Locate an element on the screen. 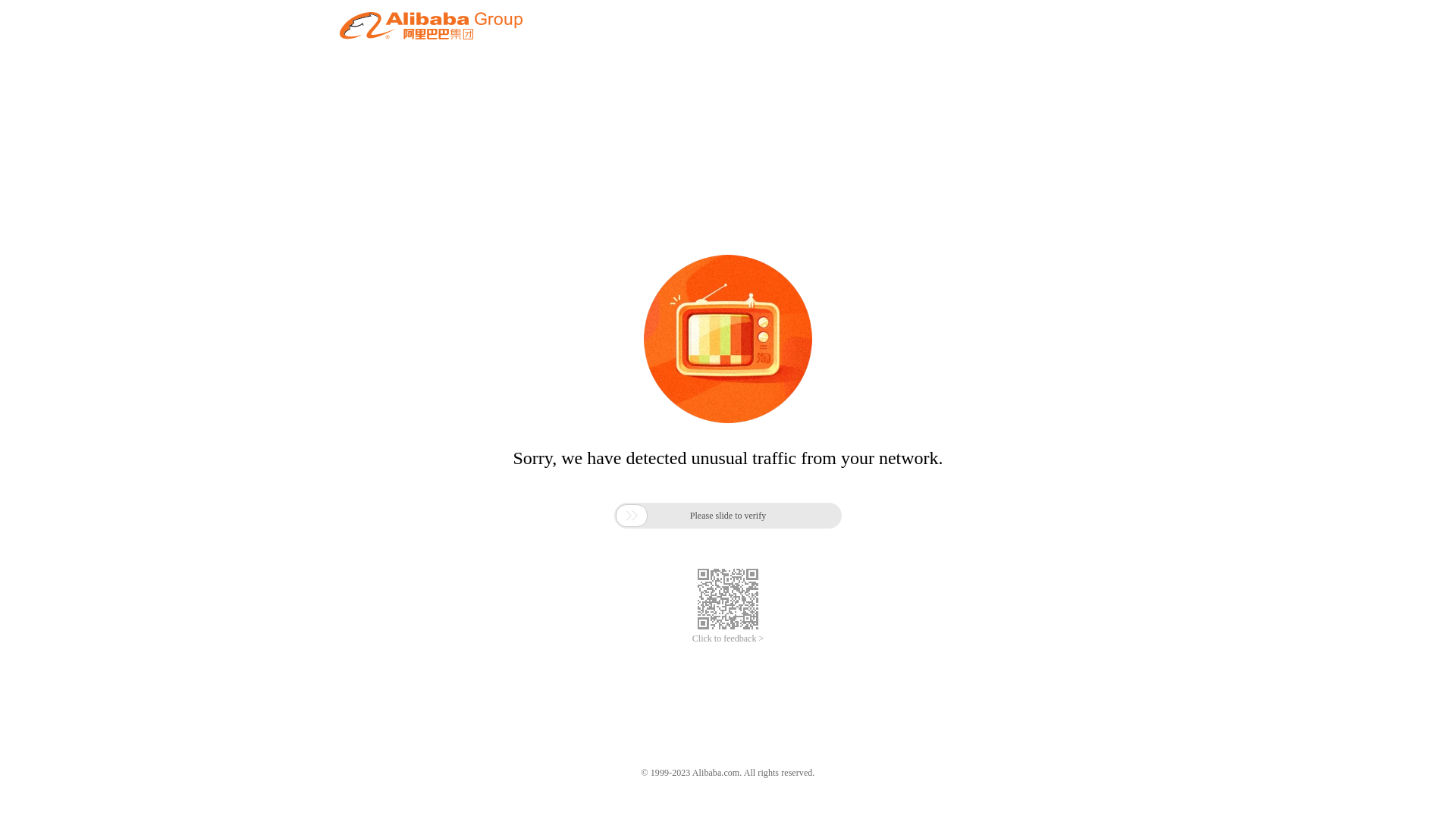  'Click to feedback >' is located at coordinates (728, 639).